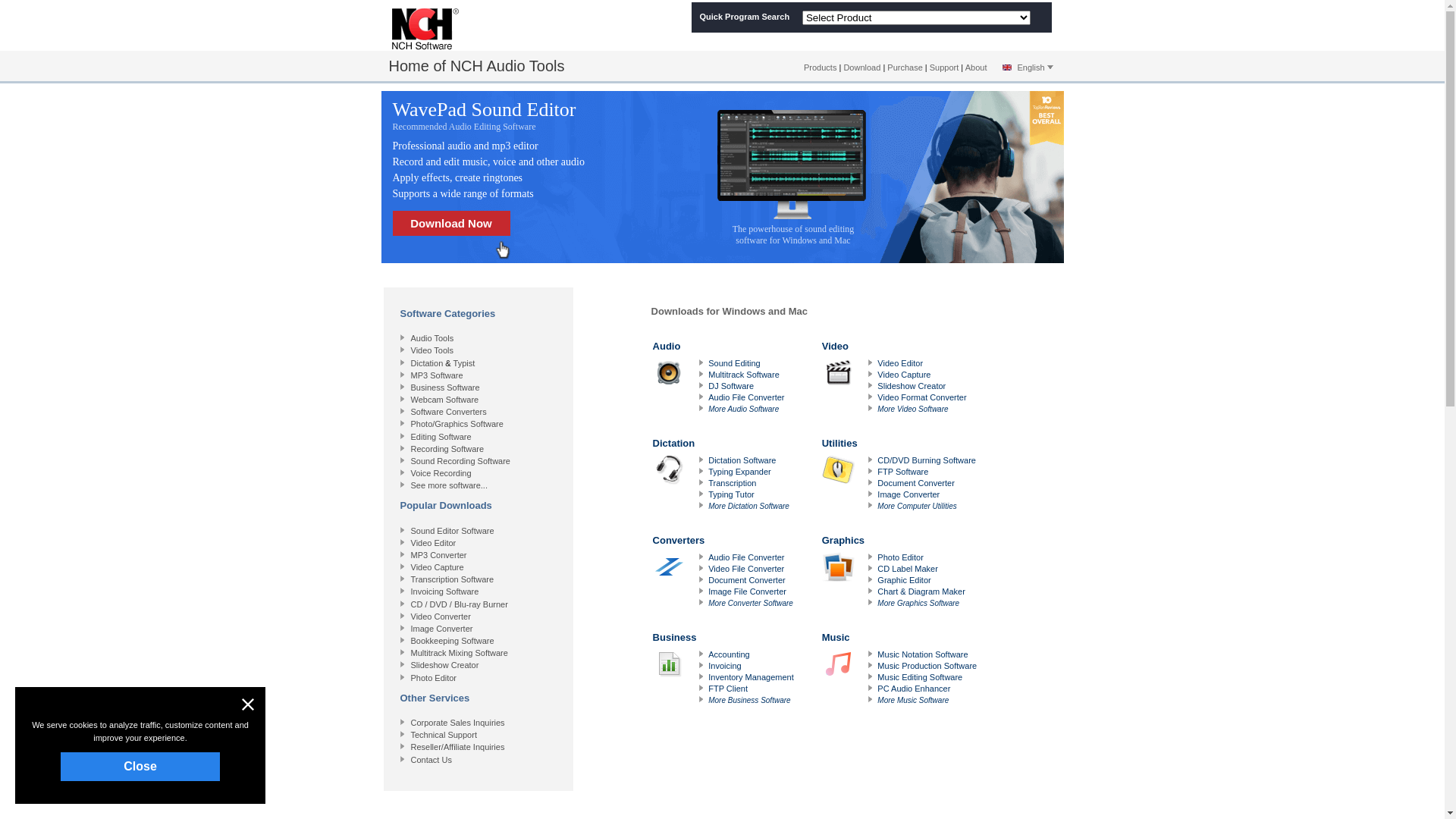 The image size is (1456, 819). I want to click on 'Transcription Software', so click(411, 579).